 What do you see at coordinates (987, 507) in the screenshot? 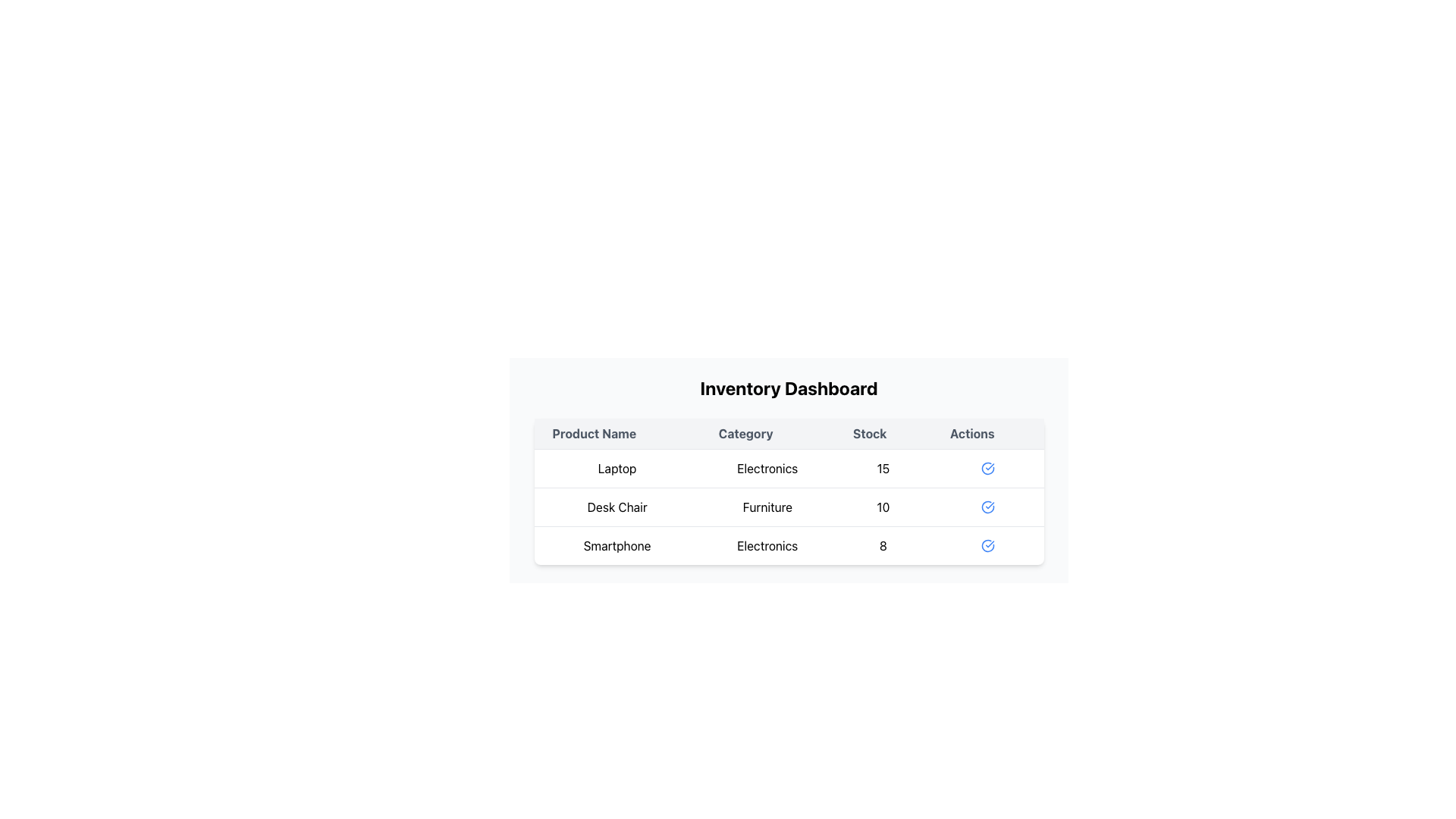
I see `the blue circular checkmark icon button located in the 'Actions' column of the second row in the table, aligned with 'Desk Chair' under the 'Product Name' column to trigger the hover effect` at bounding box center [987, 507].